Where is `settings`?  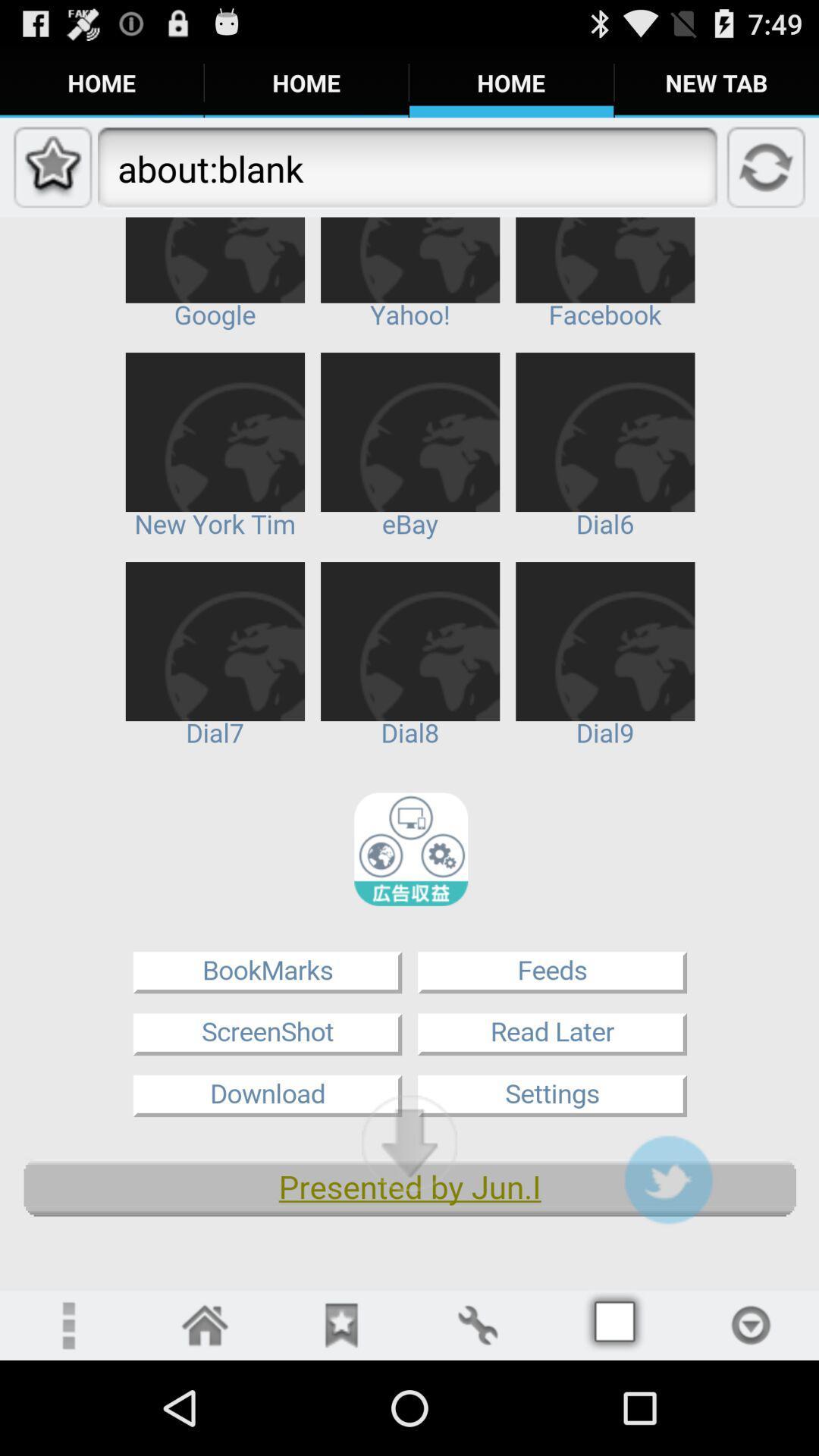 settings is located at coordinates (476, 1324).